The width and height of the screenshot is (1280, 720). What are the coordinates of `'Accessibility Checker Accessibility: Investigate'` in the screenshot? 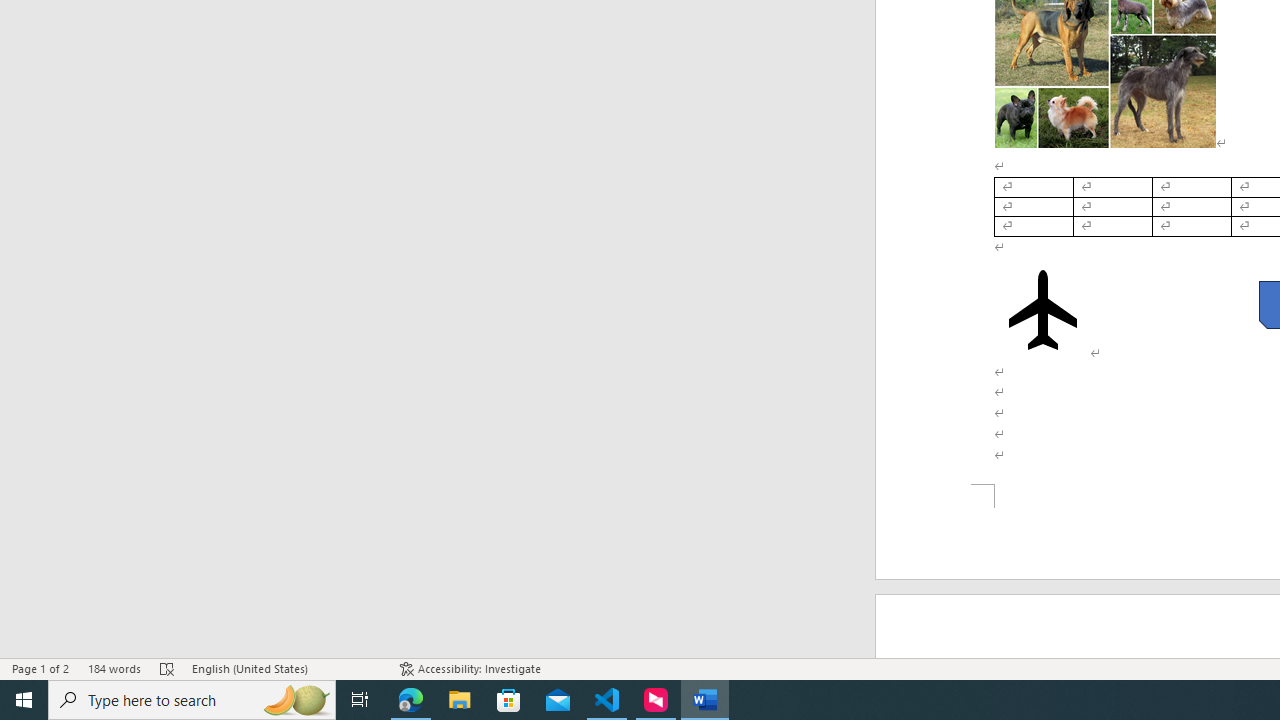 It's located at (469, 669).